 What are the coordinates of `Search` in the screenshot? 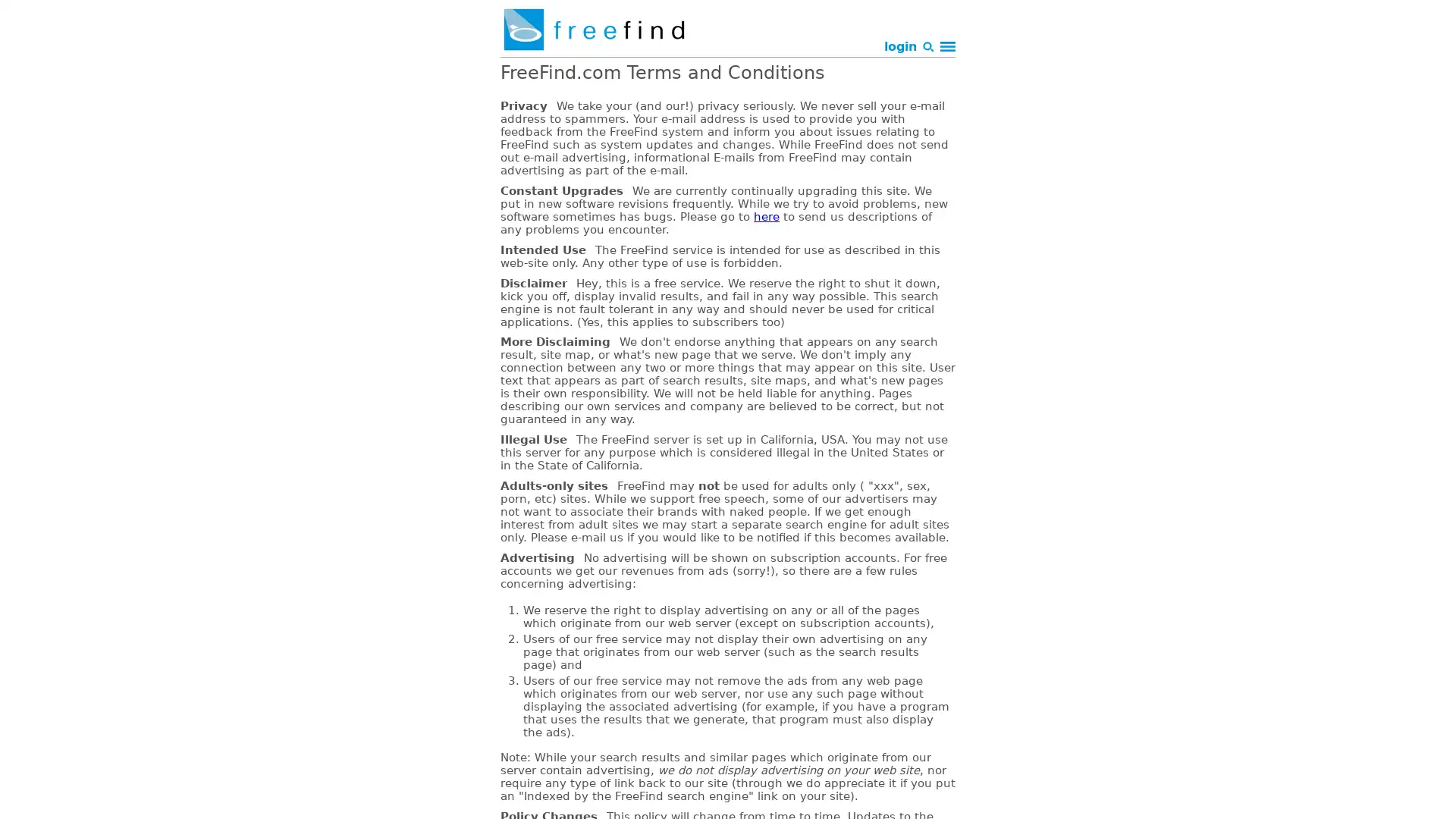 It's located at (821, 74).